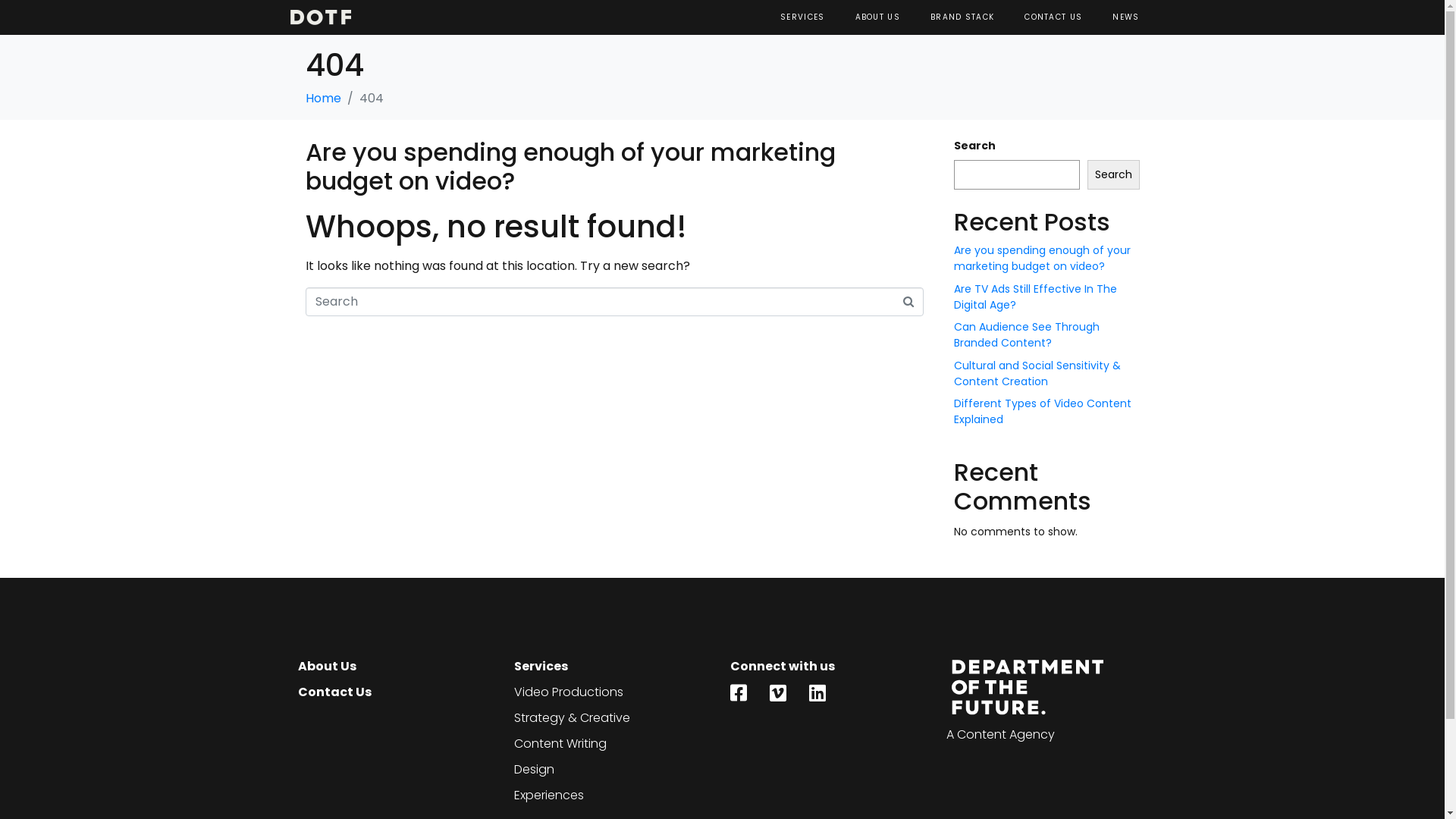 The width and height of the screenshot is (1456, 819). What do you see at coordinates (877, 17) in the screenshot?
I see `'ABOUT US'` at bounding box center [877, 17].